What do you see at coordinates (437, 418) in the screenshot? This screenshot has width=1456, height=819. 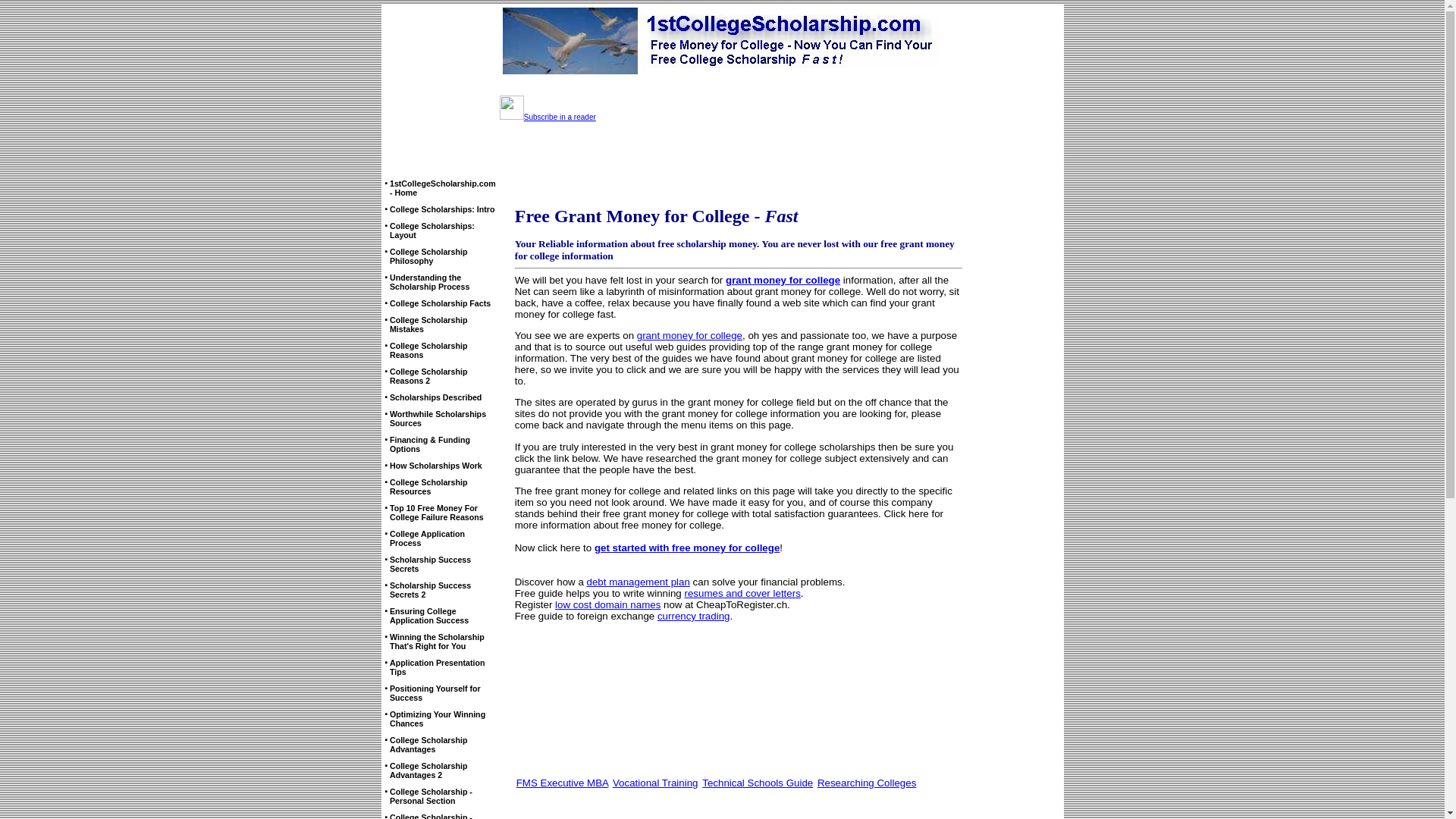 I see `'Worthwhile Scholarships Sources'` at bounding box center [437, 418].